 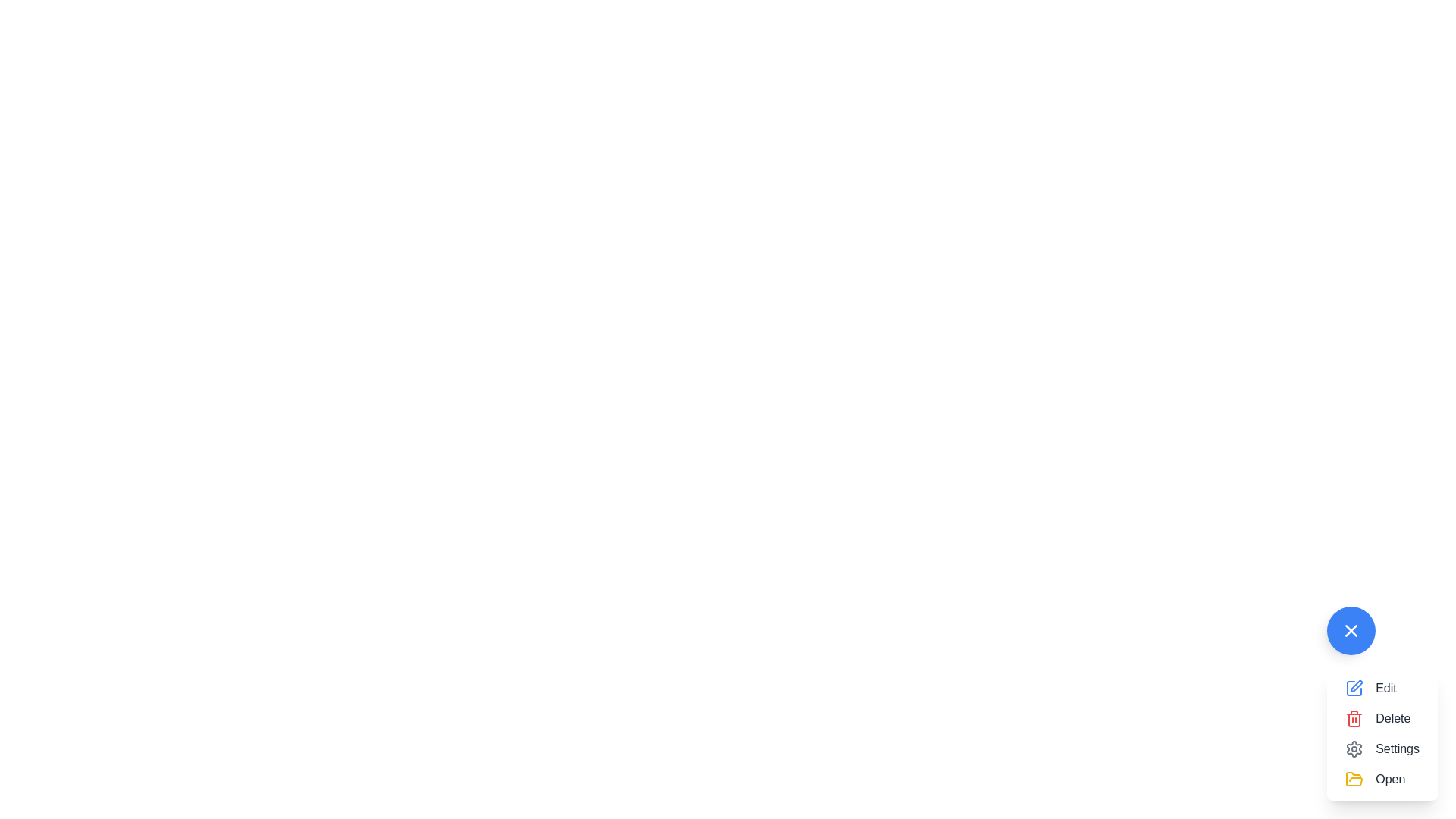 I want to click on the horizontal line segment of the '+' symbol in the SVG icon located in the bottom-right corner of the interface, so click(x=1351, y=631).